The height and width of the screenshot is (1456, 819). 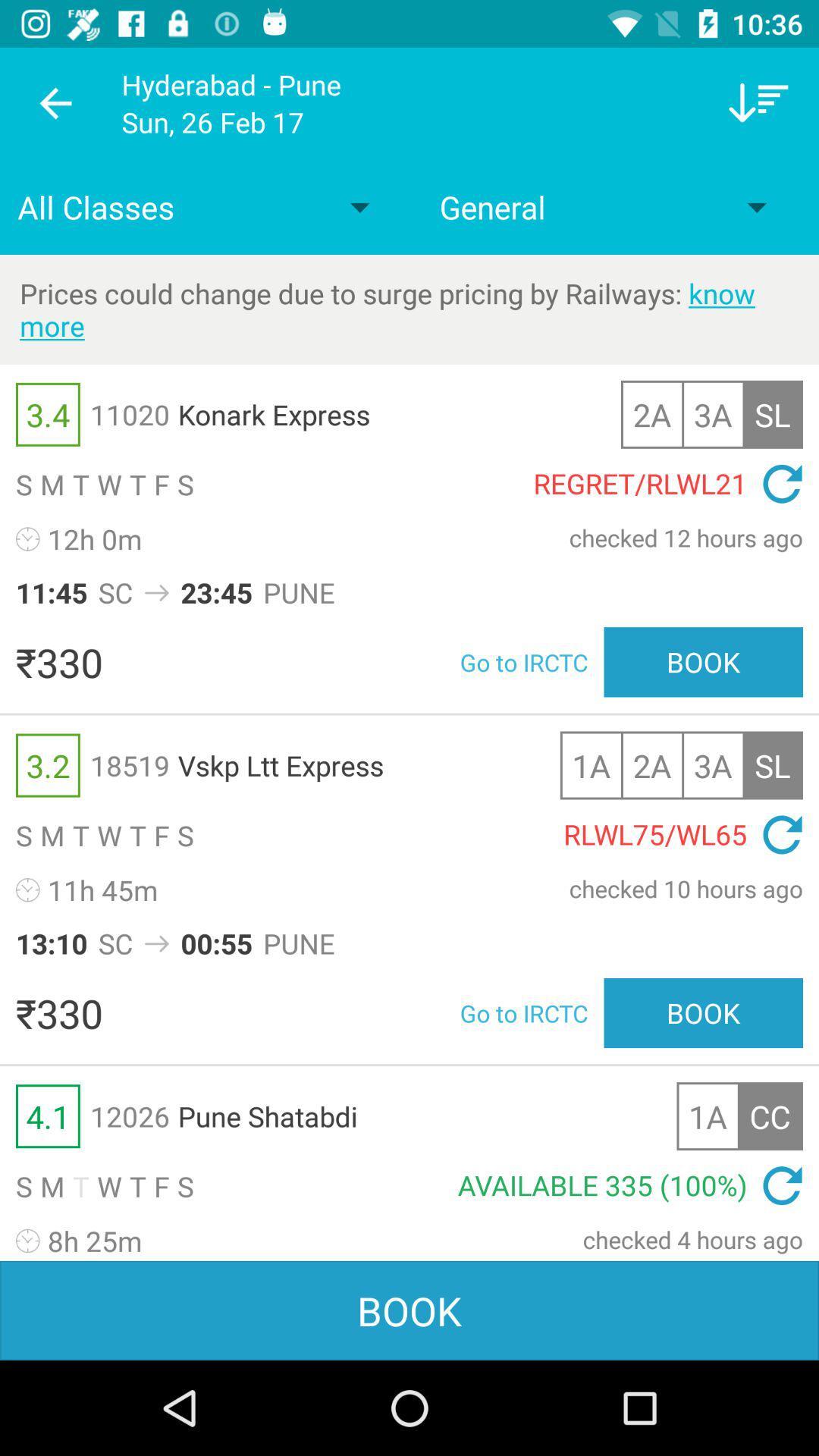 I want to click on reorders page, so click(x=758, y=102).